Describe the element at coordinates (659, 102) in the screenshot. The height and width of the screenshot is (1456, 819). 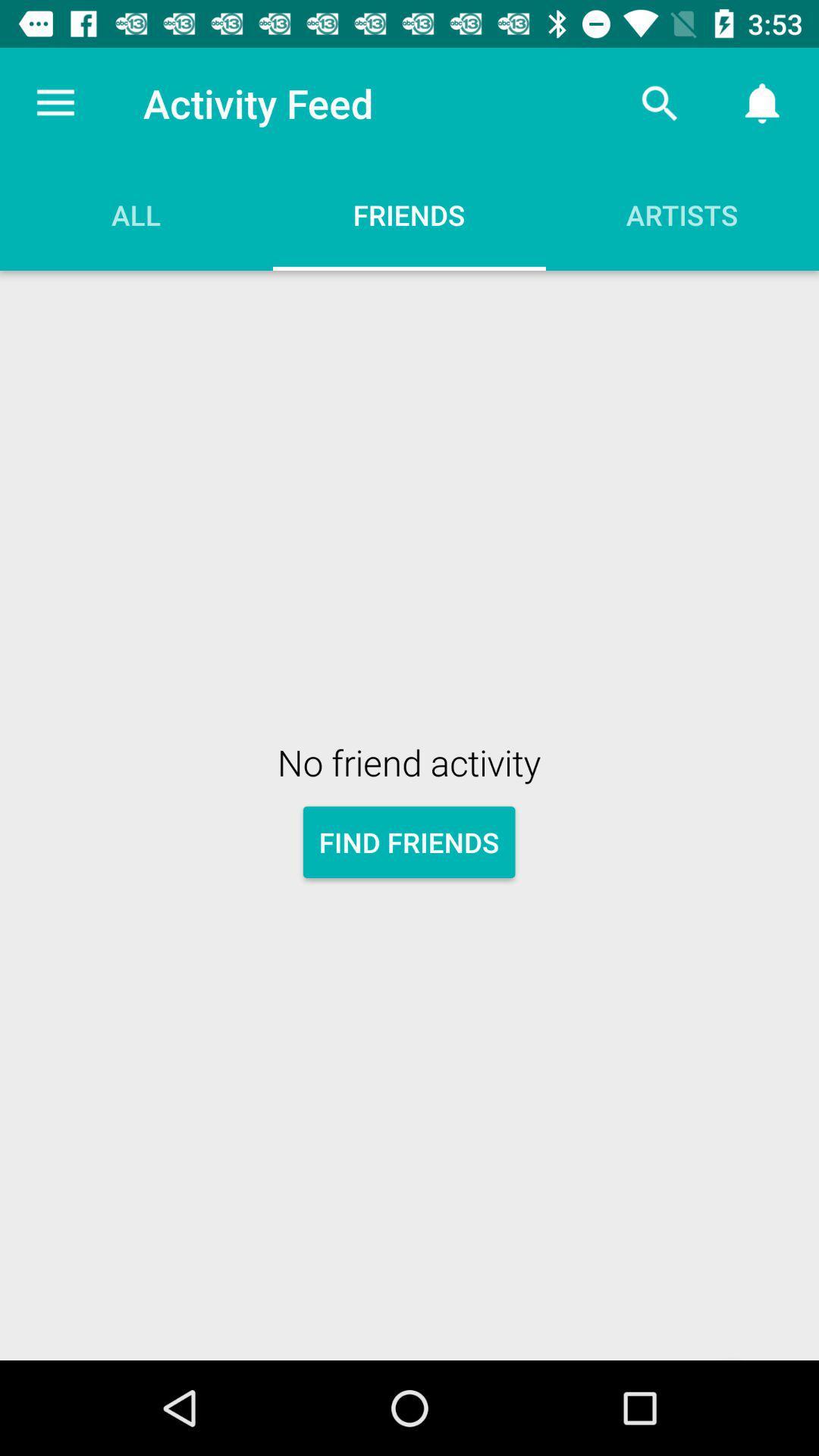
I see `the icon above the artists` at that location.